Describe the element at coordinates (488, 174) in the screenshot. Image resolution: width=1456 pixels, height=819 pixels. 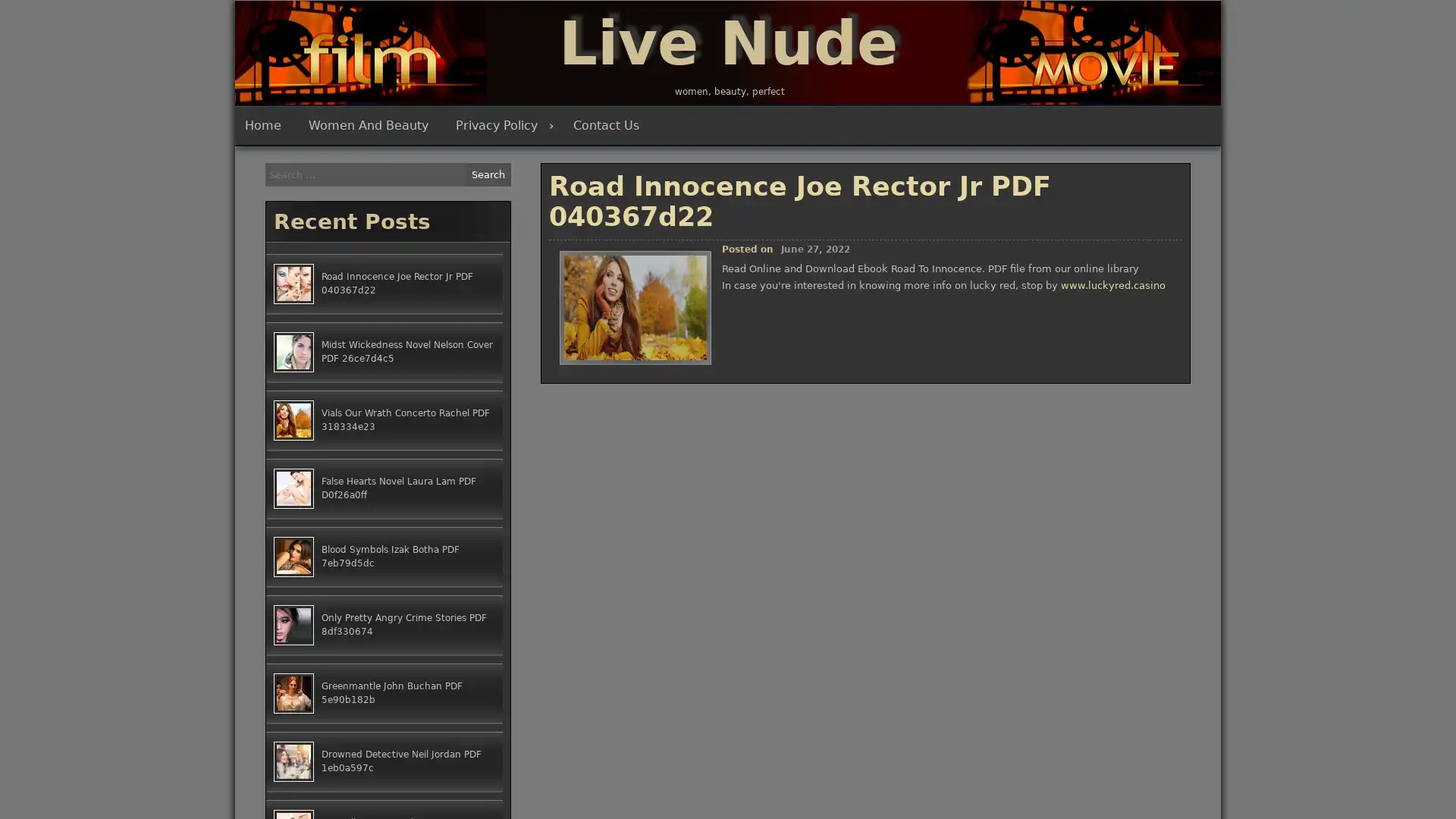
I see `Search` at that location.